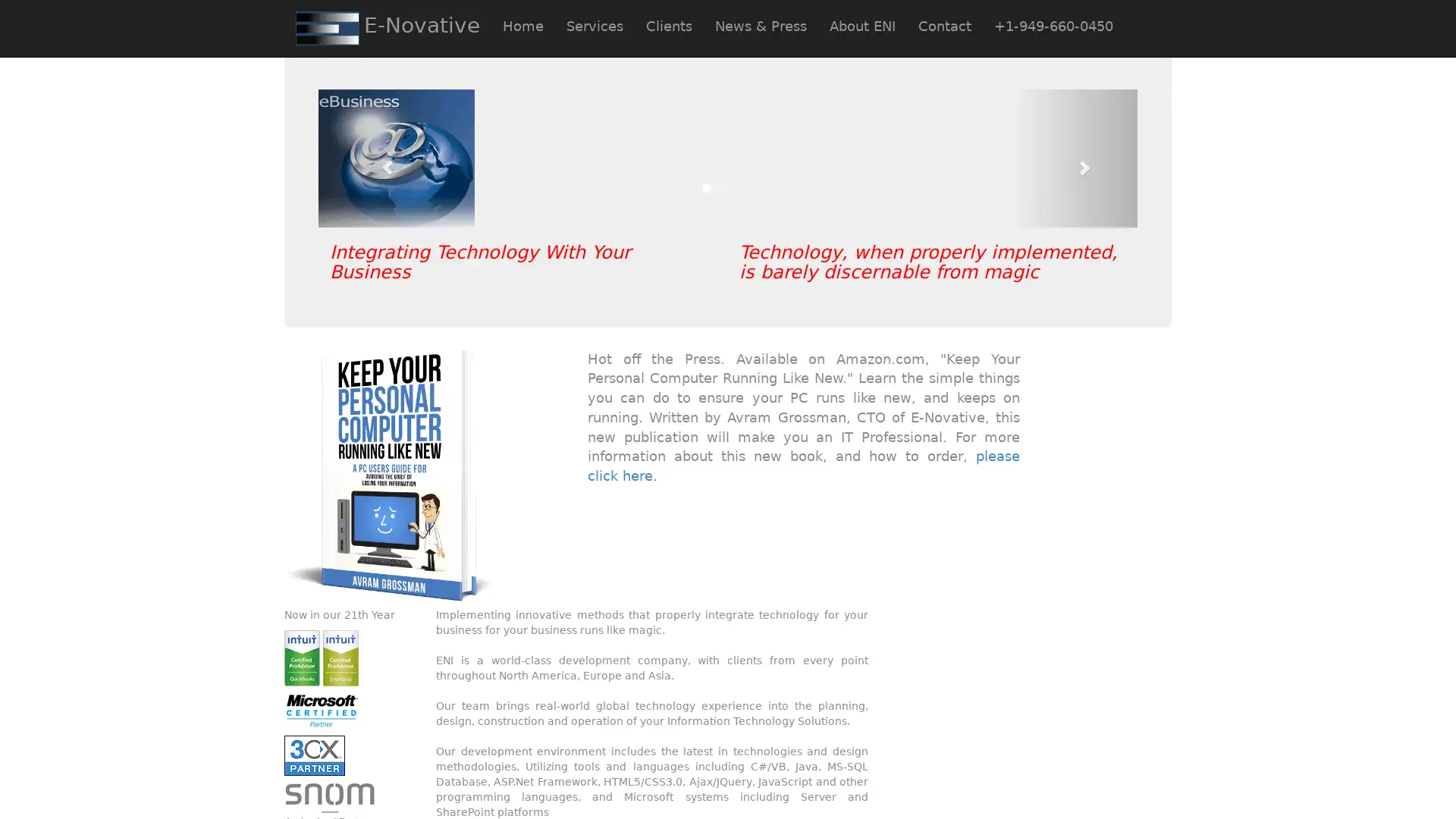 Image resolution: width=1456 pixels, height=819 pixels. What do you see at coordinates (1075, 158) in the screenshot?
I see `Next` at bounding box center [1075, 158].